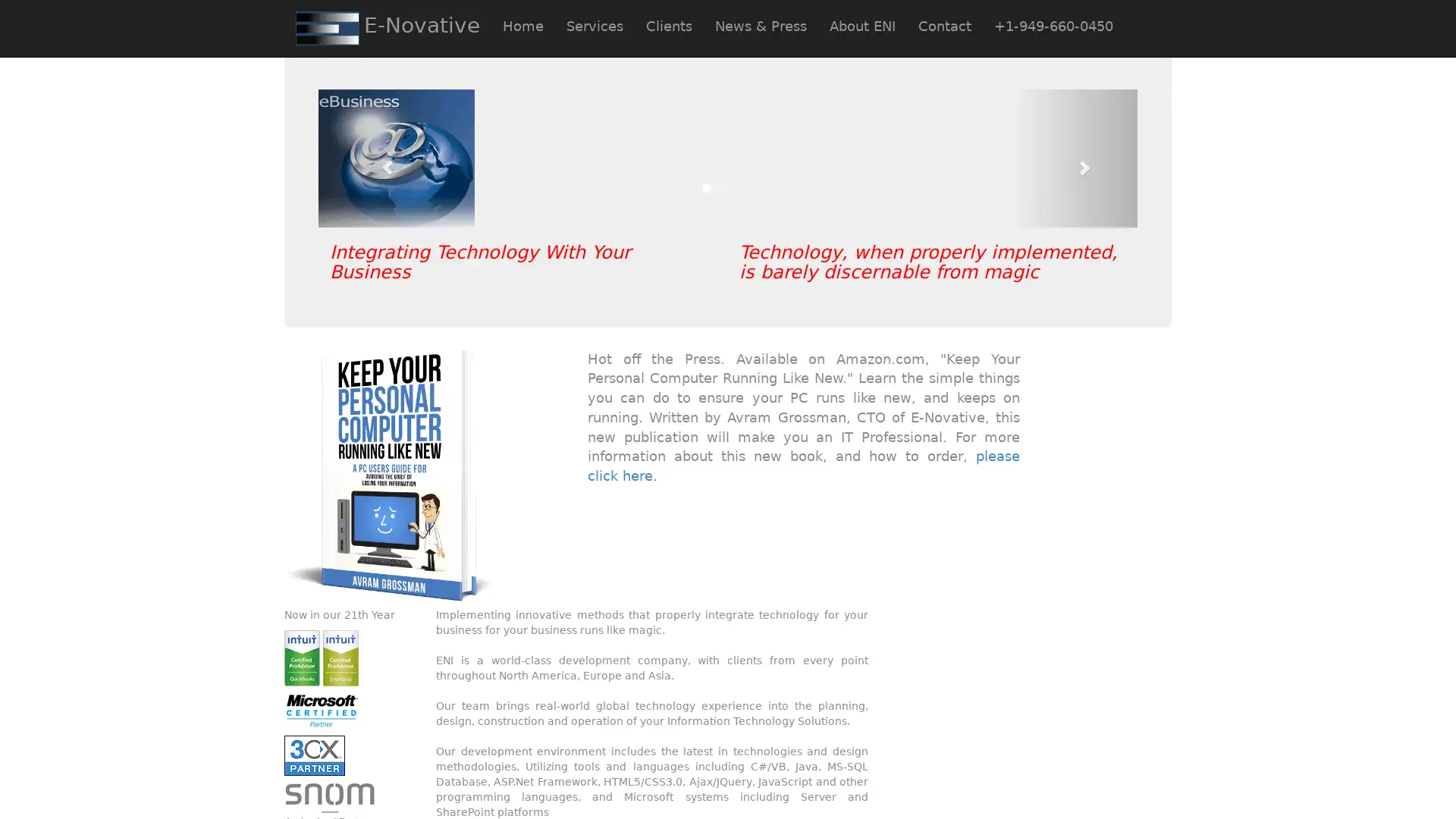 Image resolution: width=1456 pixels, height=819 pixels. What do you see at coordinates (1075, 158) in the screenshot?
I see `Next` at bounding box center [1075, 158].